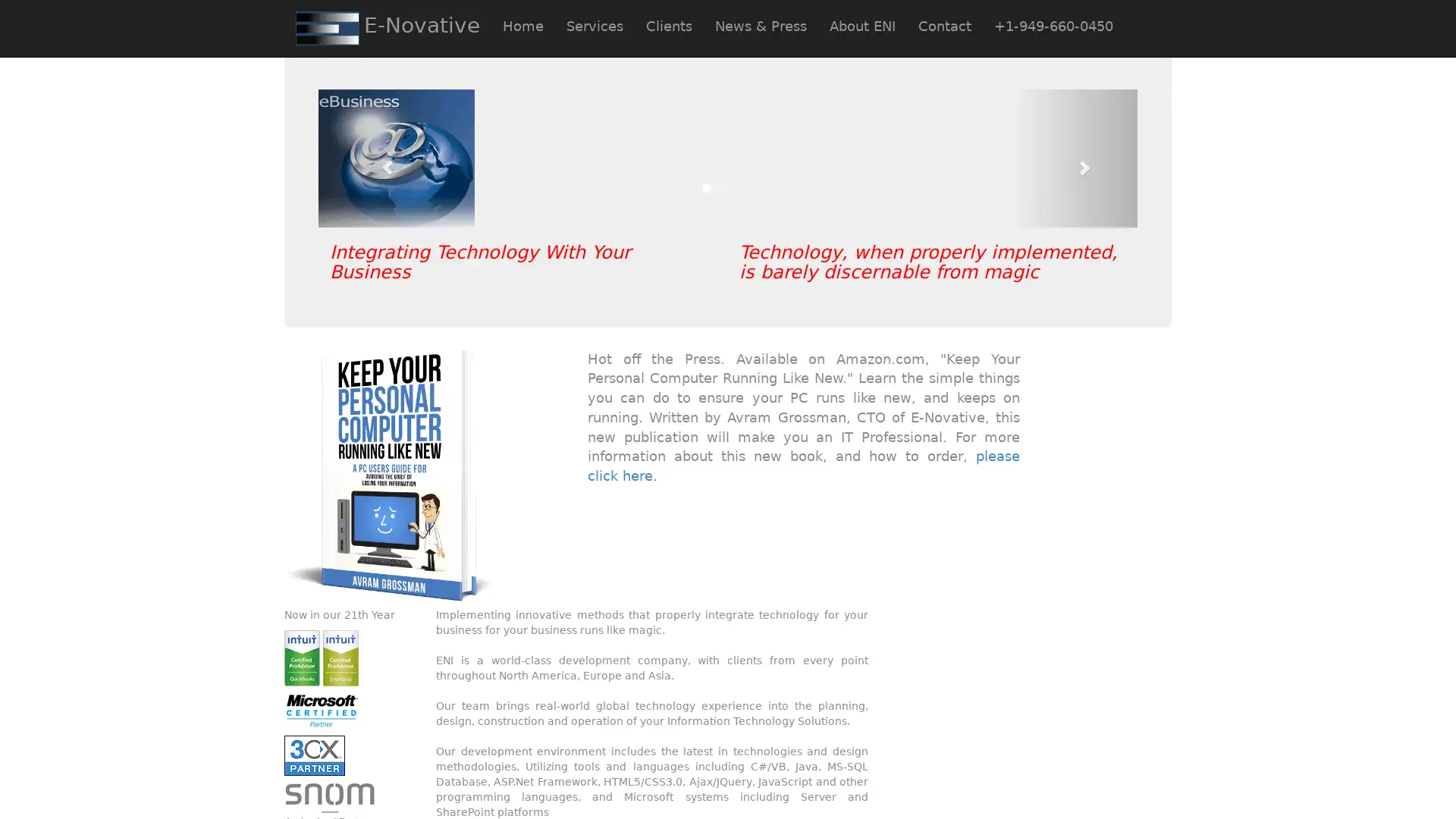 Image resolution: width=1456 pixels, height=819 pixels. What do you see at coordinates (1075, 158) in the screenshot?
I see `Next` at bounding box center [1075, 158].